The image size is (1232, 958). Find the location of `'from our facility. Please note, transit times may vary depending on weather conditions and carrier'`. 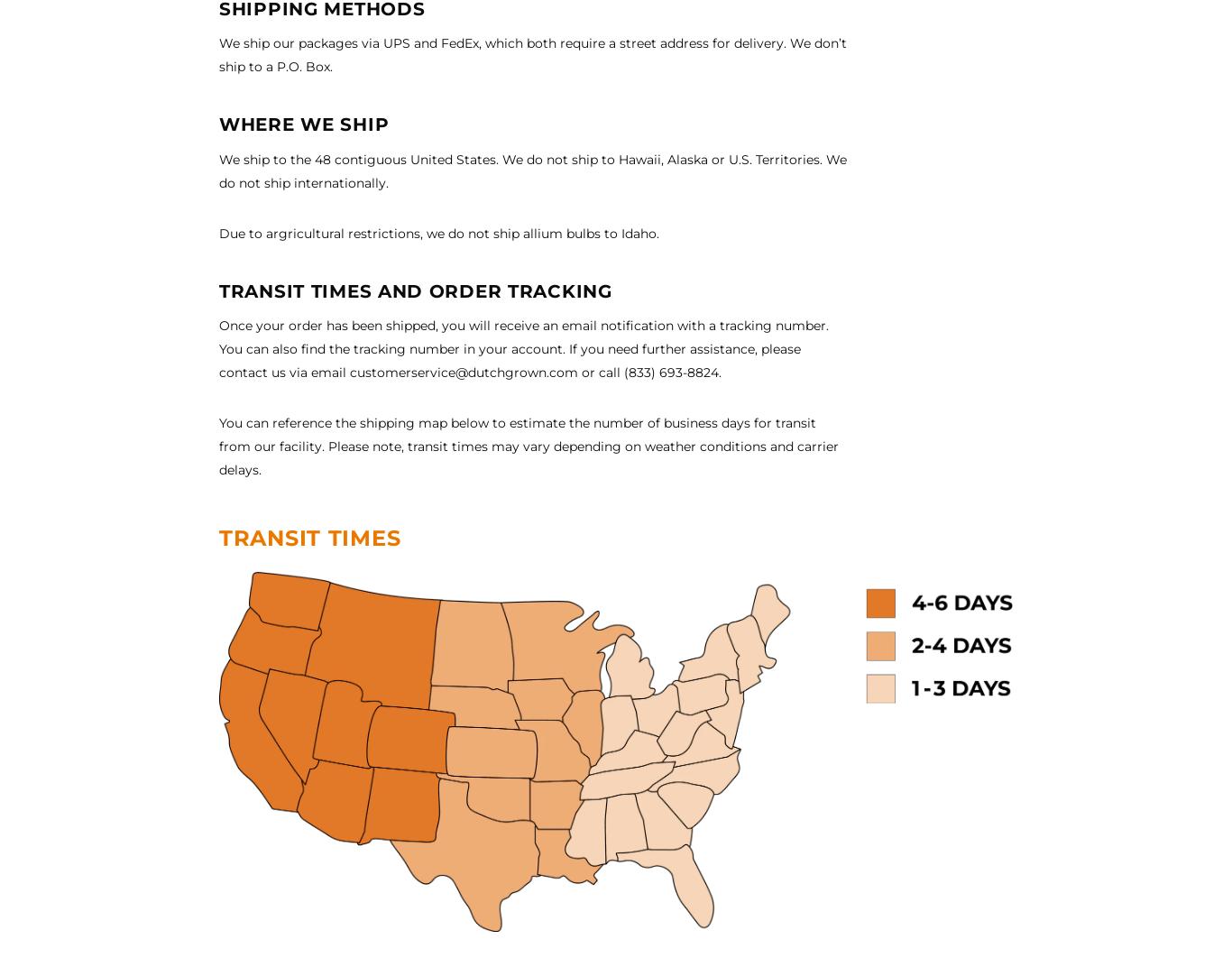

'from our facility. Please note, transit times may vary depending on weather conditions and carrier' is located at coordinates (528, 445).